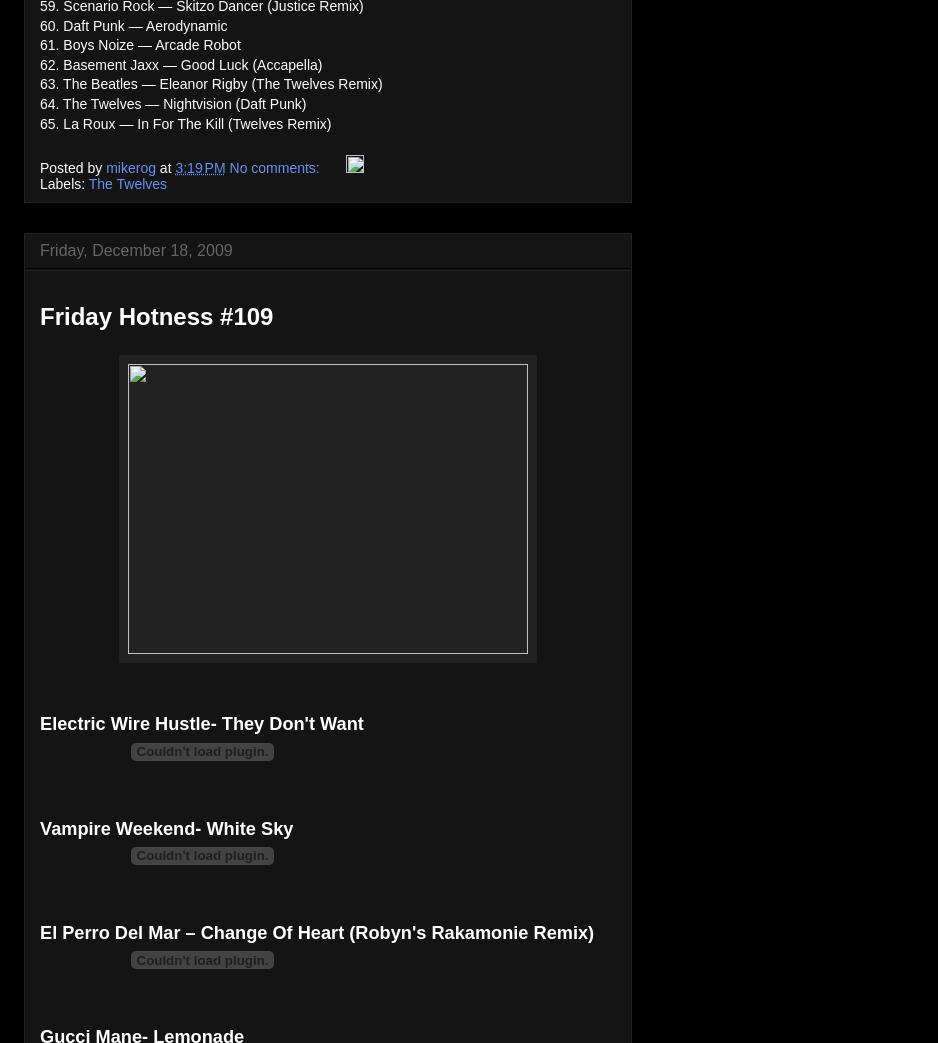 The width and height of the screenshot is (938, 1043). What do you see at coordinates (72, 167) in the screenshot?
I see `'Posted by'` at bounding box center [72, 167].